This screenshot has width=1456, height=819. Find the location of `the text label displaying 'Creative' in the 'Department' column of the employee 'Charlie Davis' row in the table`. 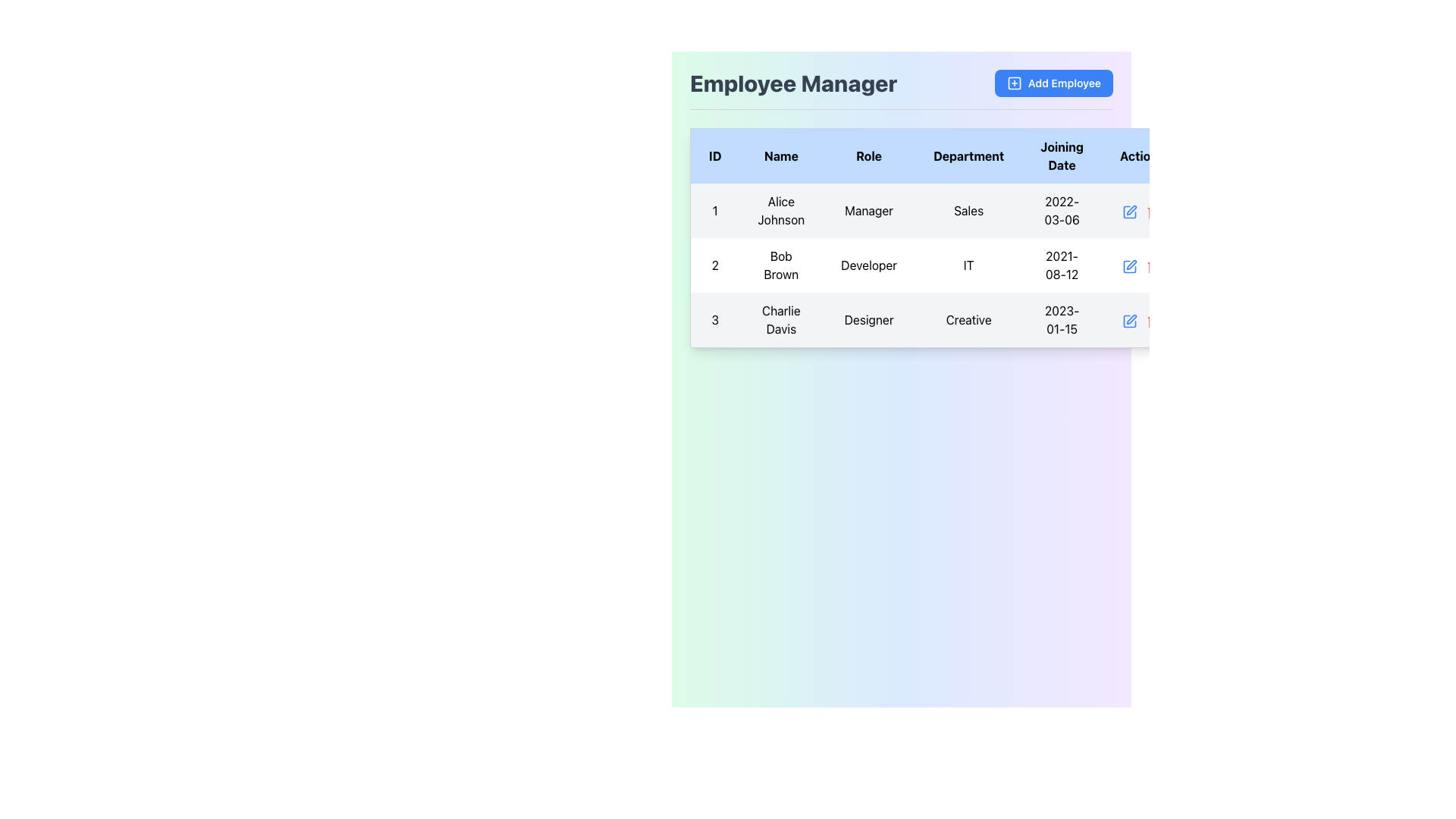

the text label displaying 'Creative' in the 'Department' column of the employee 'Charlie Davis' row in the table is located at coordinates (968, 319).